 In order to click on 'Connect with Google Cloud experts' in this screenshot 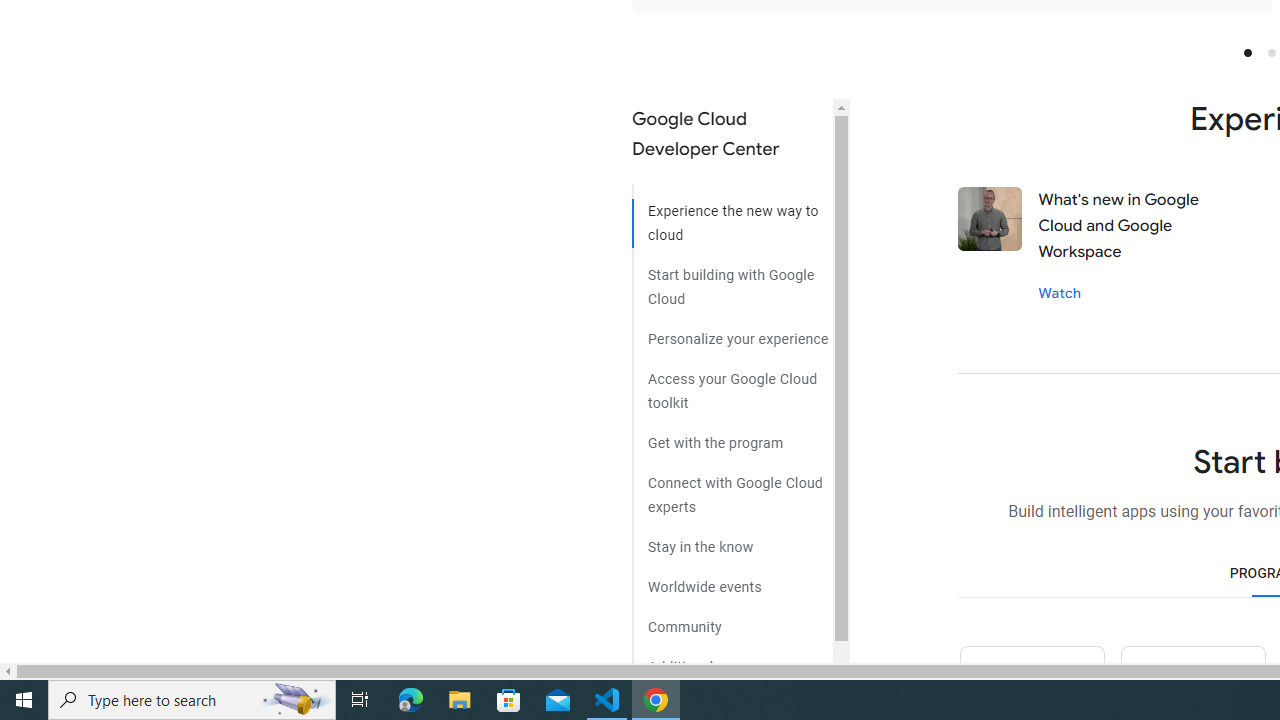, I will do `click(731, 487)`.